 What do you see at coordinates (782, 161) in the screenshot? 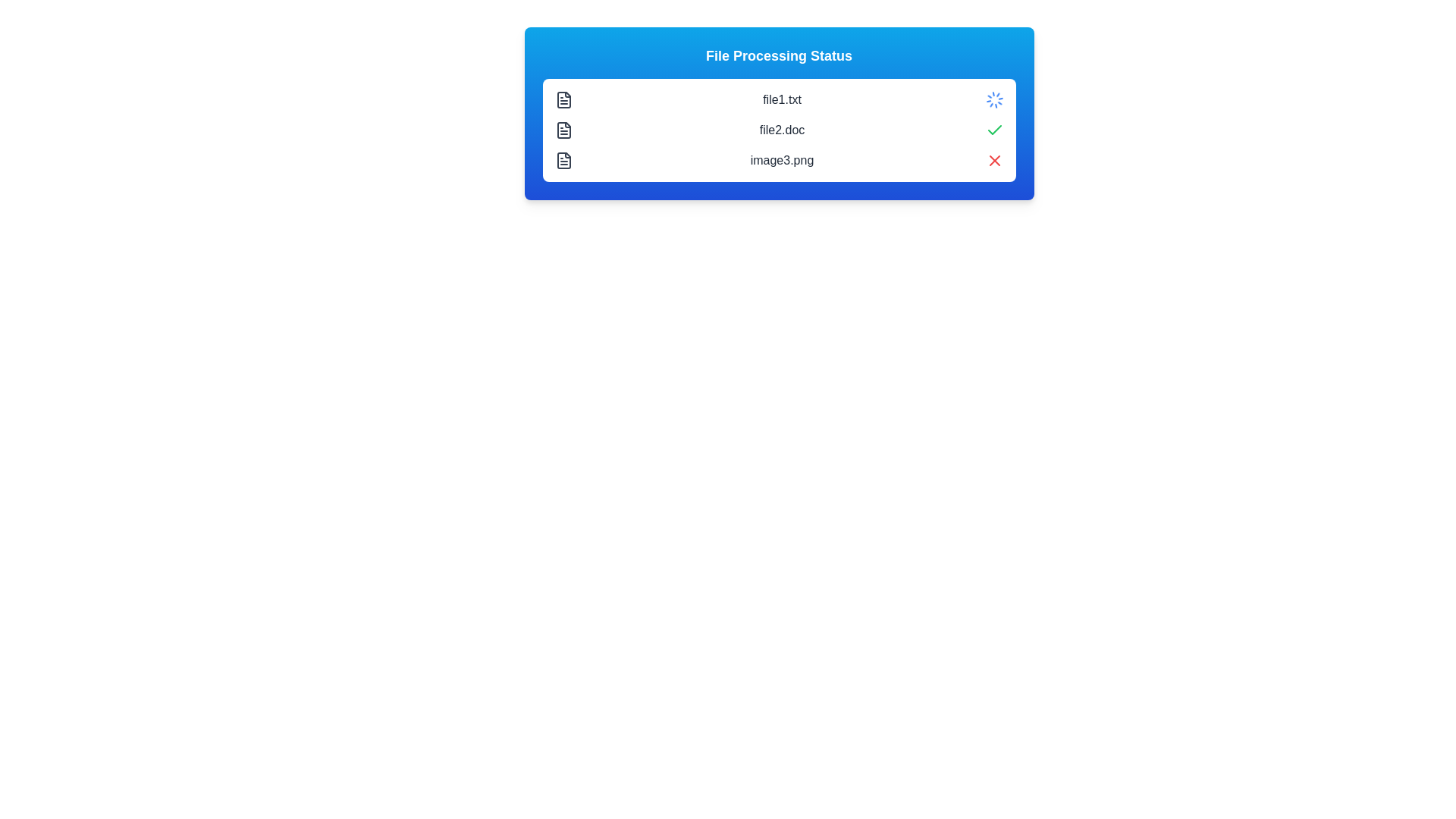
I see `the static text label that provides the name of the file, located between an icon on the left and a red-colored 'X' icon on the right` at bounding box center [782, 161].